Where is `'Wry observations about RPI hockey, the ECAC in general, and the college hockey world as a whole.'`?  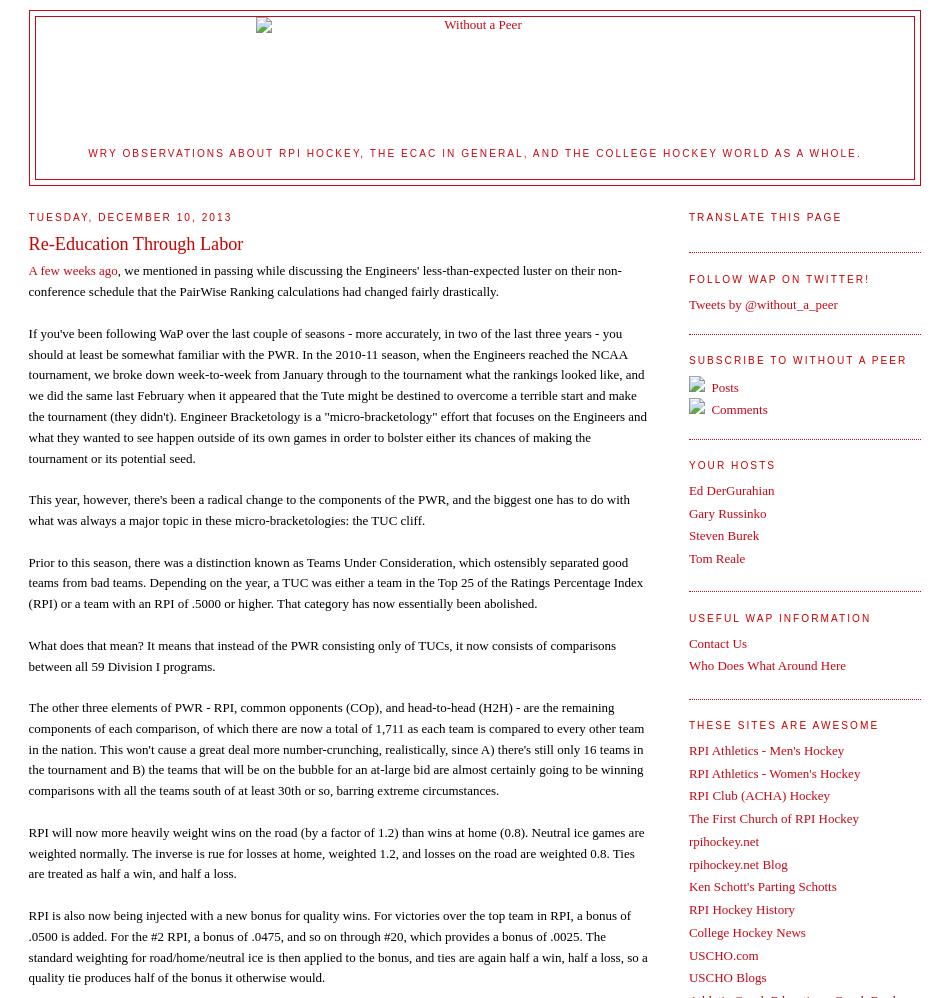 'Wry observations about RPI hockey, the ECAC in general, and the college hockey world as a whole.' is located at coordinates (473, 152).